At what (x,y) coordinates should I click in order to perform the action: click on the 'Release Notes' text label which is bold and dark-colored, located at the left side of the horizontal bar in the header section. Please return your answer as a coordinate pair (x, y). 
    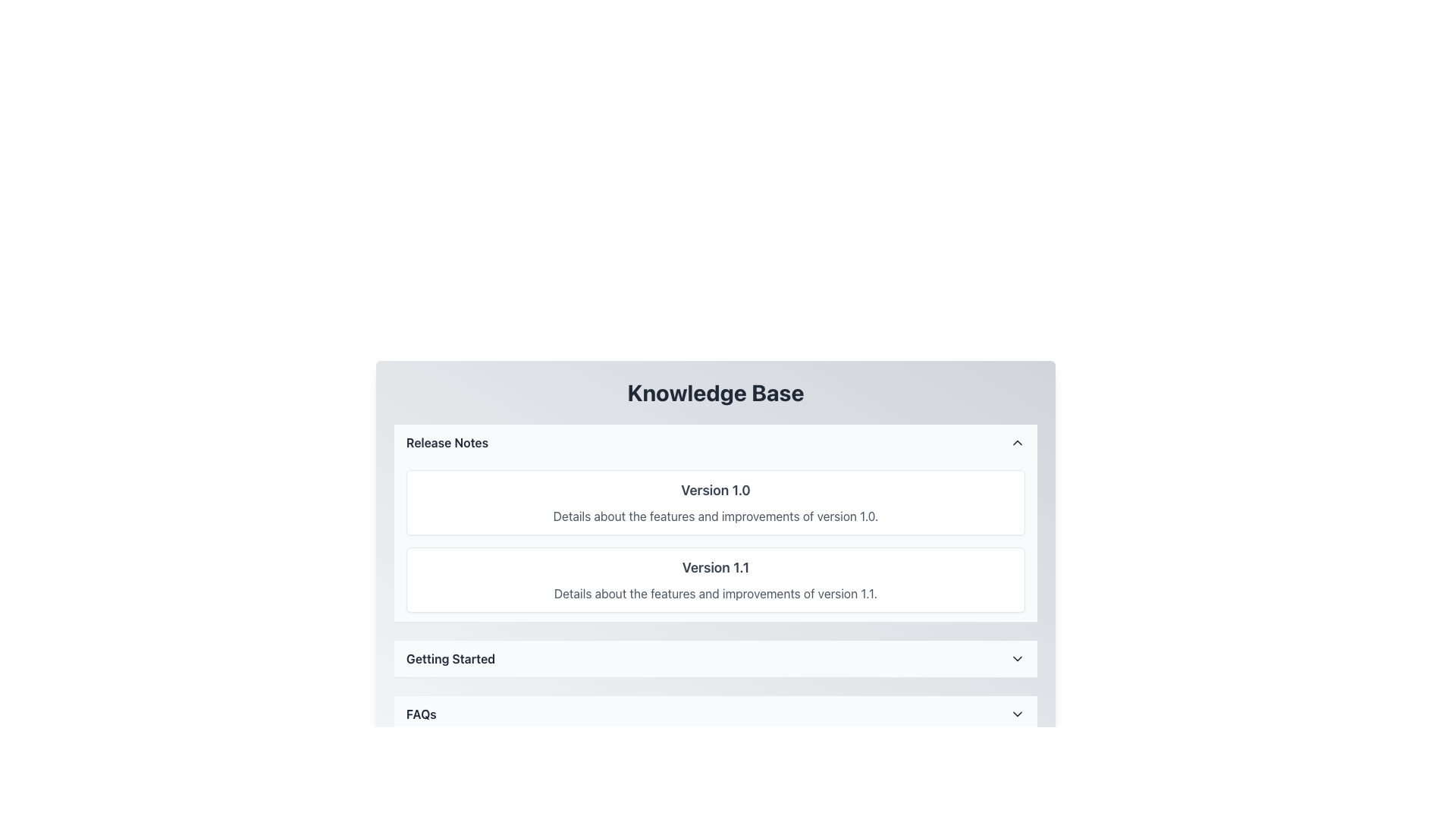
    Looking at the image, I should click on (447, 442).